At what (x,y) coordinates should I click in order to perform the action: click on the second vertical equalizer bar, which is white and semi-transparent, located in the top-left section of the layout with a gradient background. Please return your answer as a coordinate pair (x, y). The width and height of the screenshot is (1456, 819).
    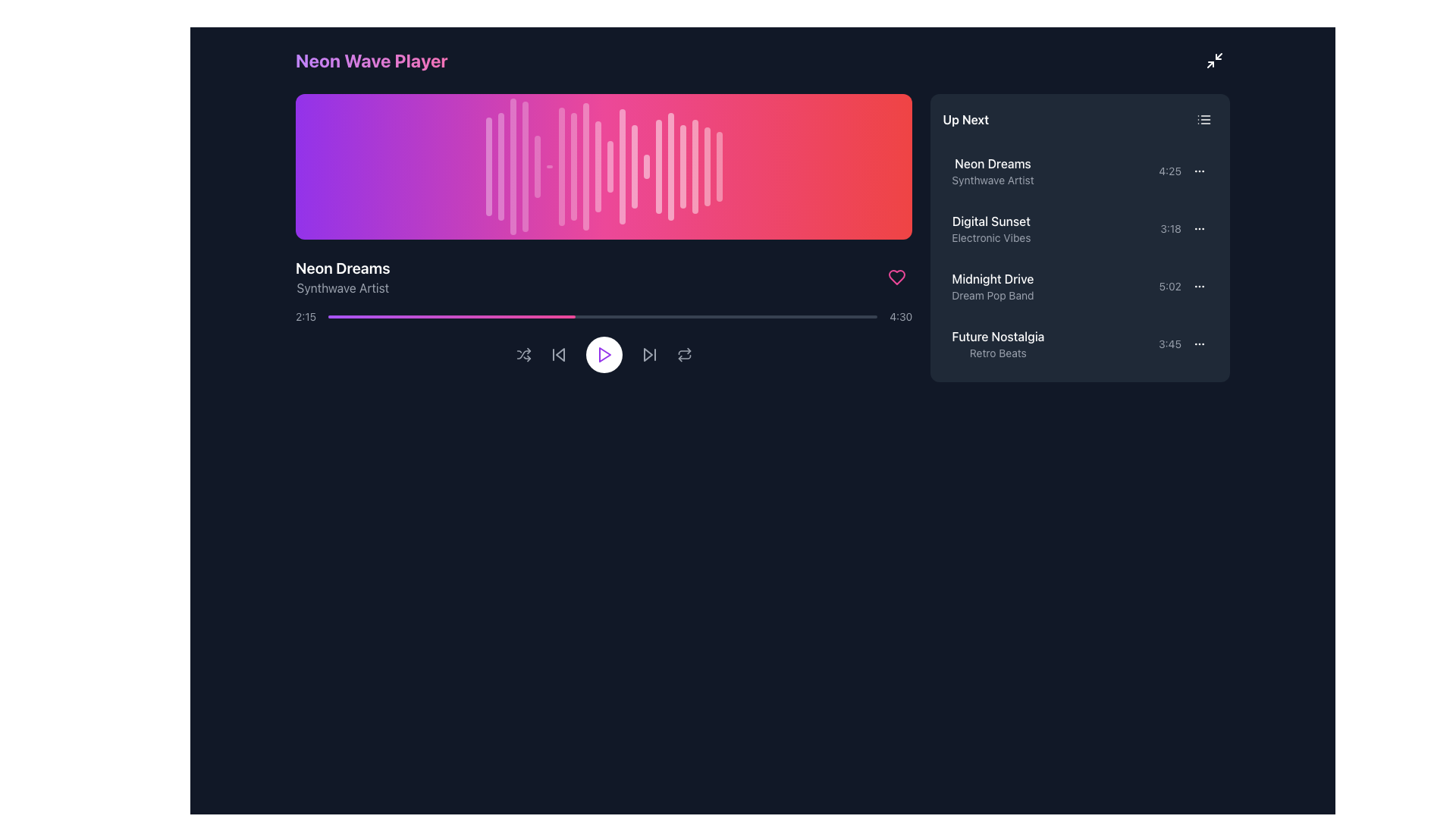
    Looking at the image, I should click on (500, 166).